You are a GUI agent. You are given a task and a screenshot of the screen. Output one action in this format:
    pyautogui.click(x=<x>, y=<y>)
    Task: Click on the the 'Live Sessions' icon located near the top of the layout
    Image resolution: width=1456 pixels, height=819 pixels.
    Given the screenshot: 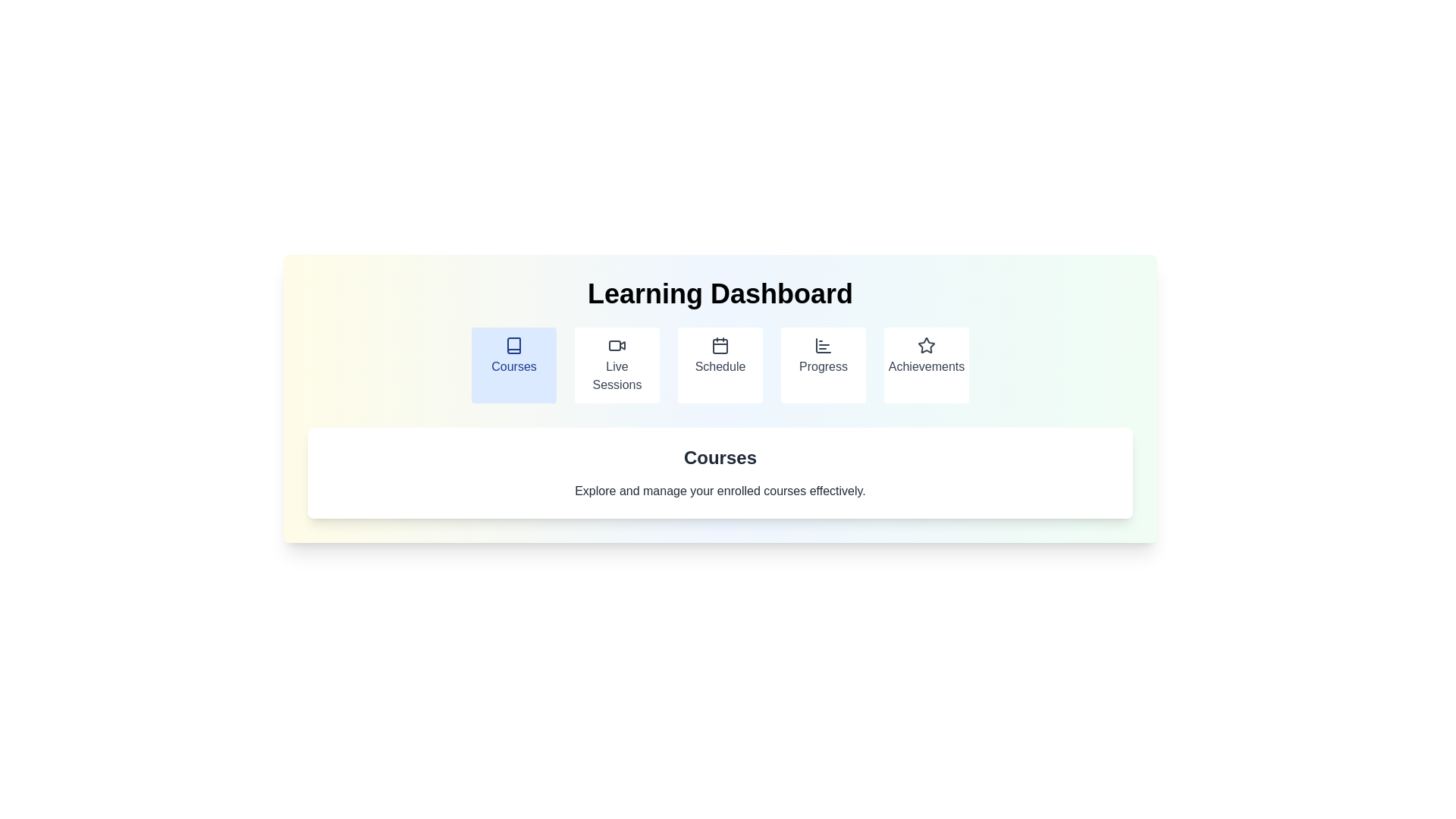 What is the action you would take?
    pyautogui.click(x=617, y=345)
    